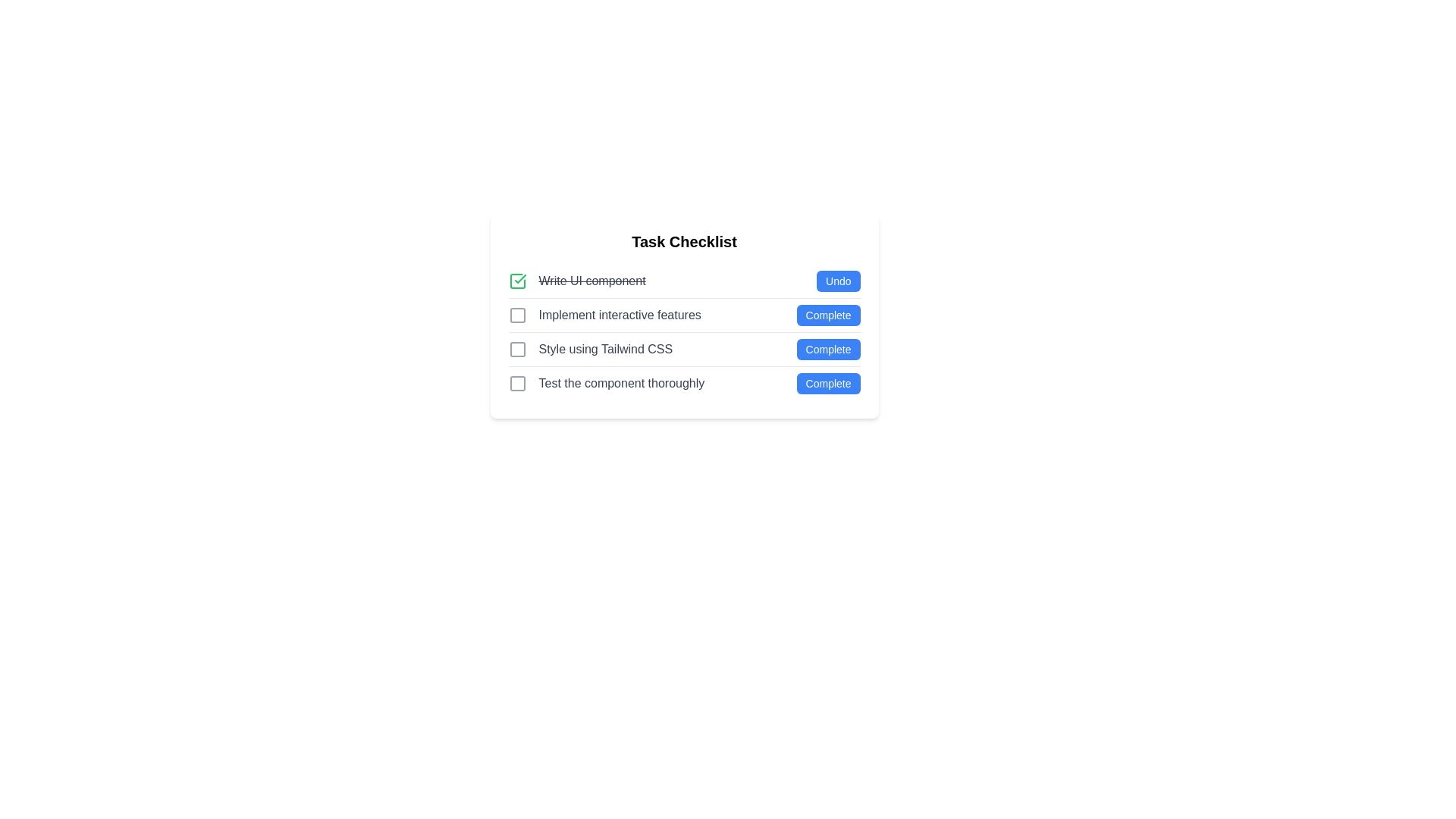  What do you see at coordinates (683, 350) in the screenshot?
I see `the 'Complete' button of the task checklist item labeled 'Style using Tailwind CSS' to mark the task as complete` at bounding box center [683, 350].